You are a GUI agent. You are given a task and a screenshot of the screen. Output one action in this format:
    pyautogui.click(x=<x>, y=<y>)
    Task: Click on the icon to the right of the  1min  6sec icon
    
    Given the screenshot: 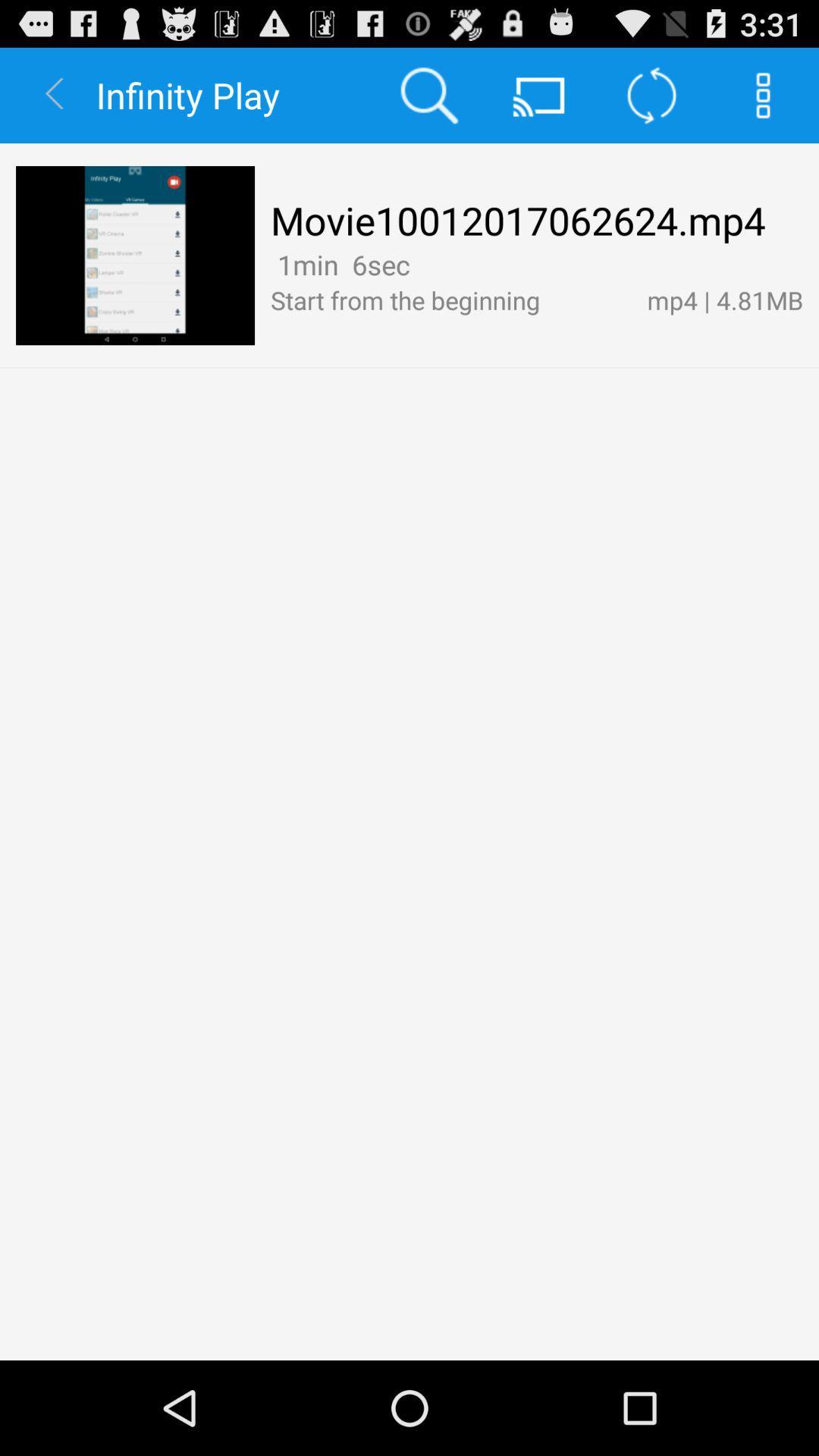 What is the action you would take?
    pyautogui.click(x=421, y=264)
    